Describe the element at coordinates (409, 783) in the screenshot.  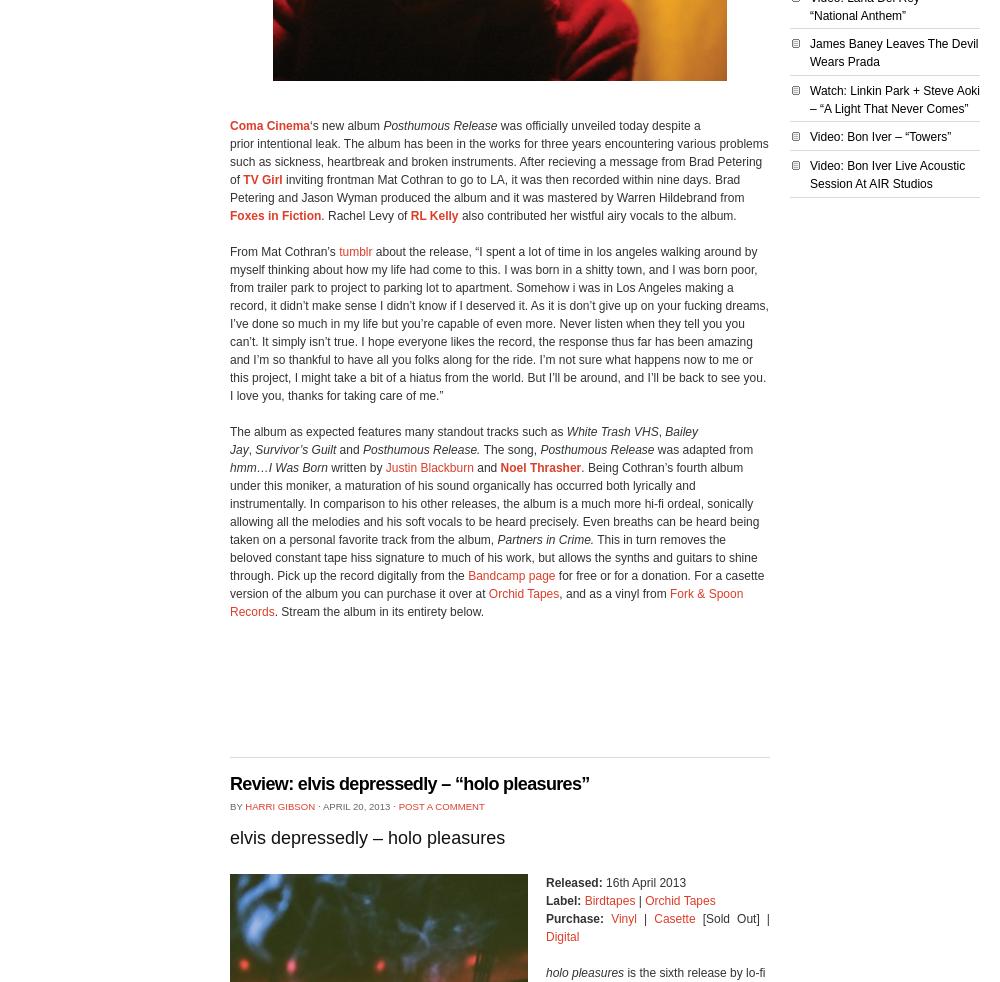
I see `'Review: elvis depressedly – “holo pleasures”'` at that location.